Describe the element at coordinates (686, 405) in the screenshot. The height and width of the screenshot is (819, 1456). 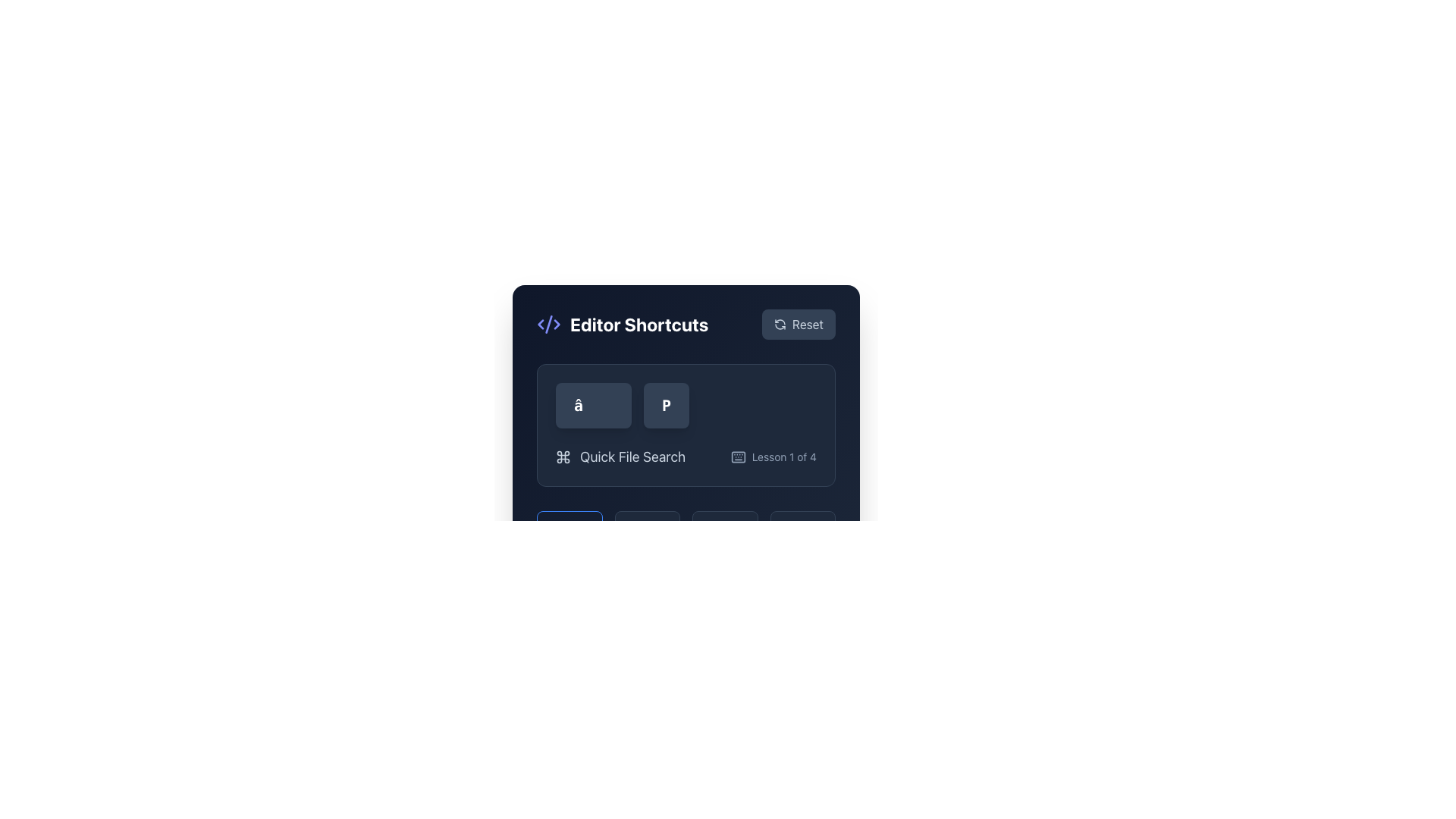
I see `the keyboard shortcut display element located in the 'Quick File Search' section to learn the keyboard shortcut` at that location.